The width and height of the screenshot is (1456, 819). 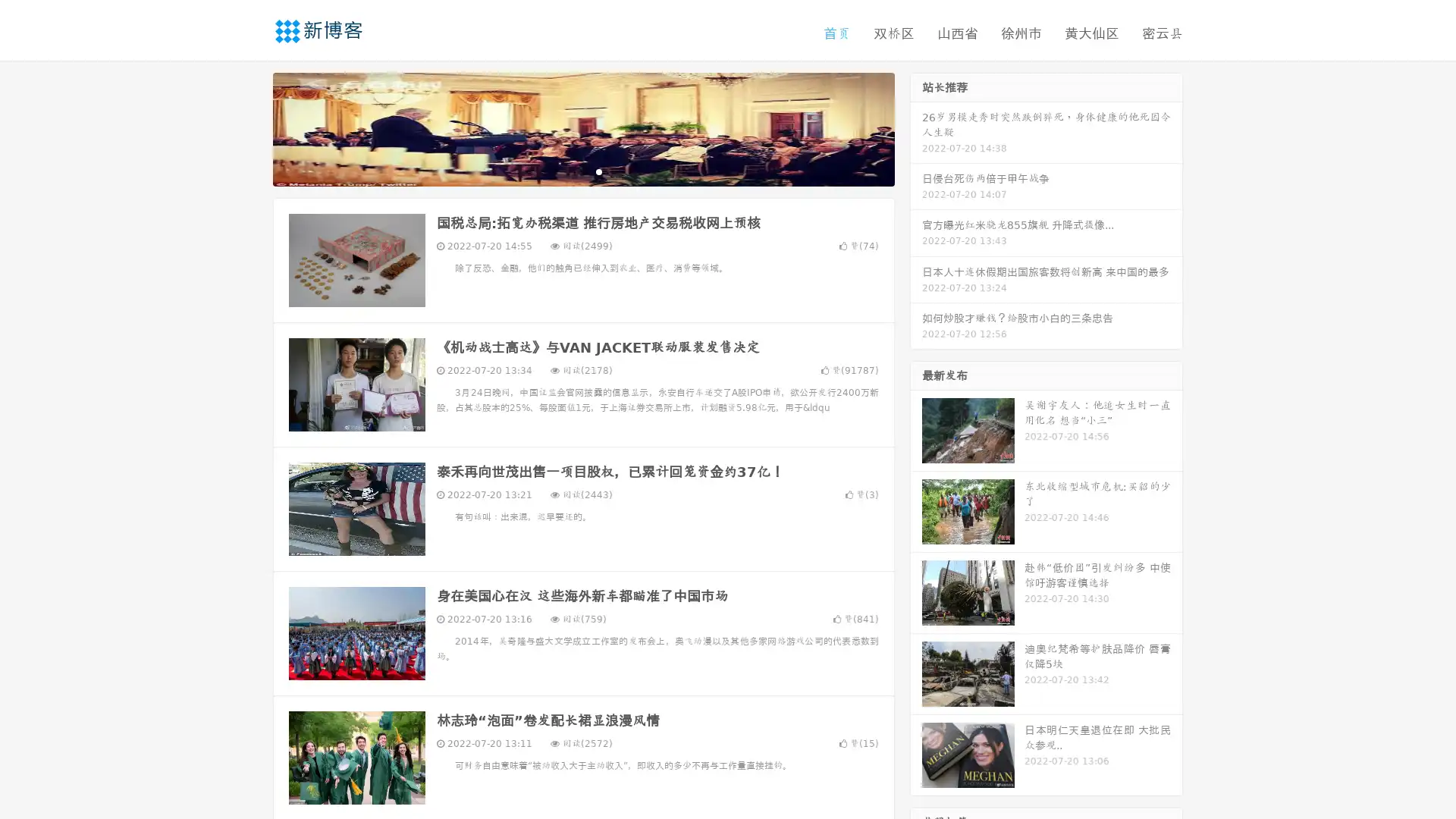 I want to click on Next slide, so click(x=916, y=127).